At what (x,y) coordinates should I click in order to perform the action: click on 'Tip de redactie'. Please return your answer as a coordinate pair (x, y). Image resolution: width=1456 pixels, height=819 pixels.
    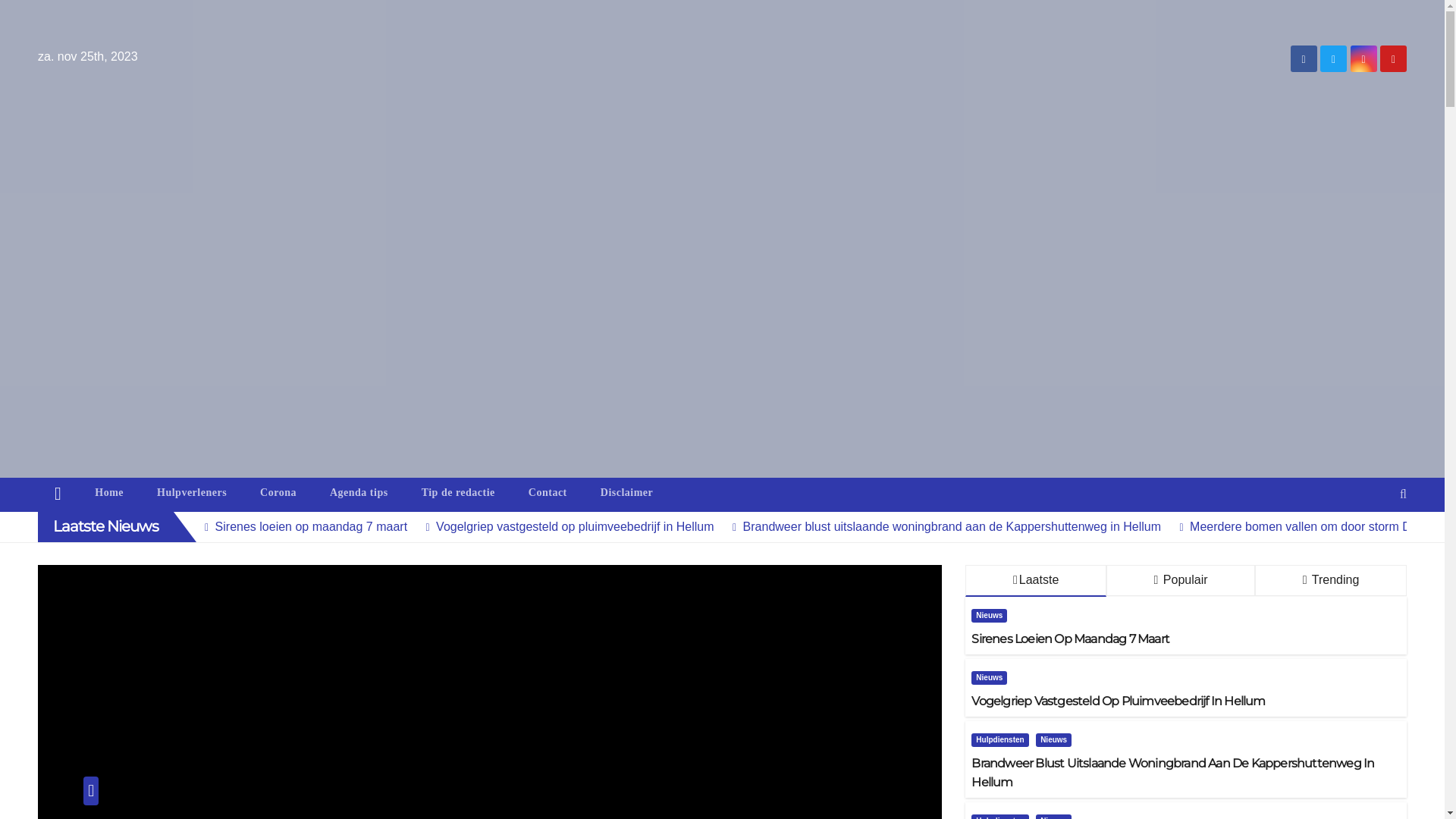
    Looking at the image, I should click on (457, 493).